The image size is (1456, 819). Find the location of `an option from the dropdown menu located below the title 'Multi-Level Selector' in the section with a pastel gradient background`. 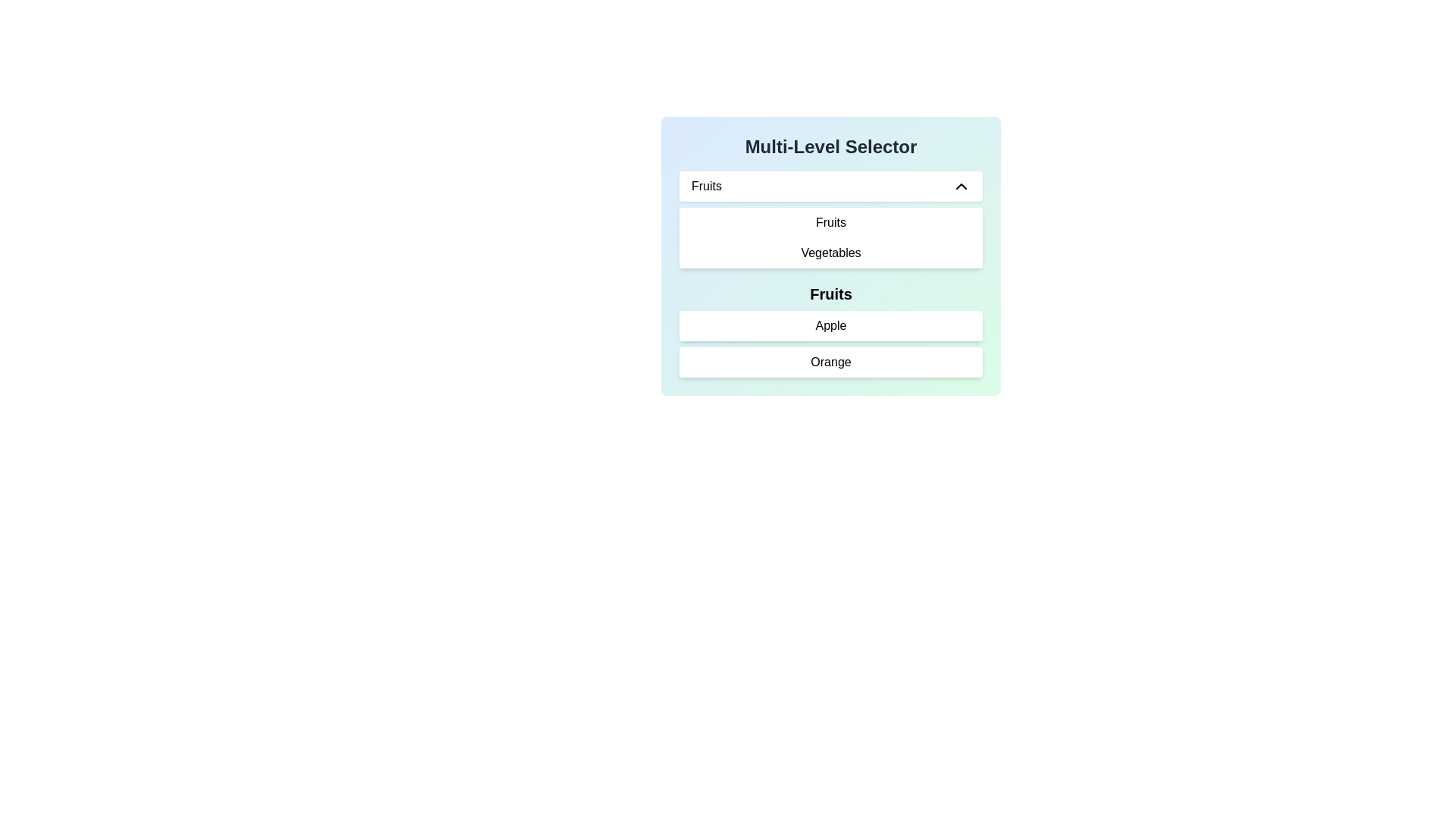

an option from the dropdown menu located below the title 'Multi-Level Selector' in the section with a pastel gradient background is located at coordinates (830, 219).